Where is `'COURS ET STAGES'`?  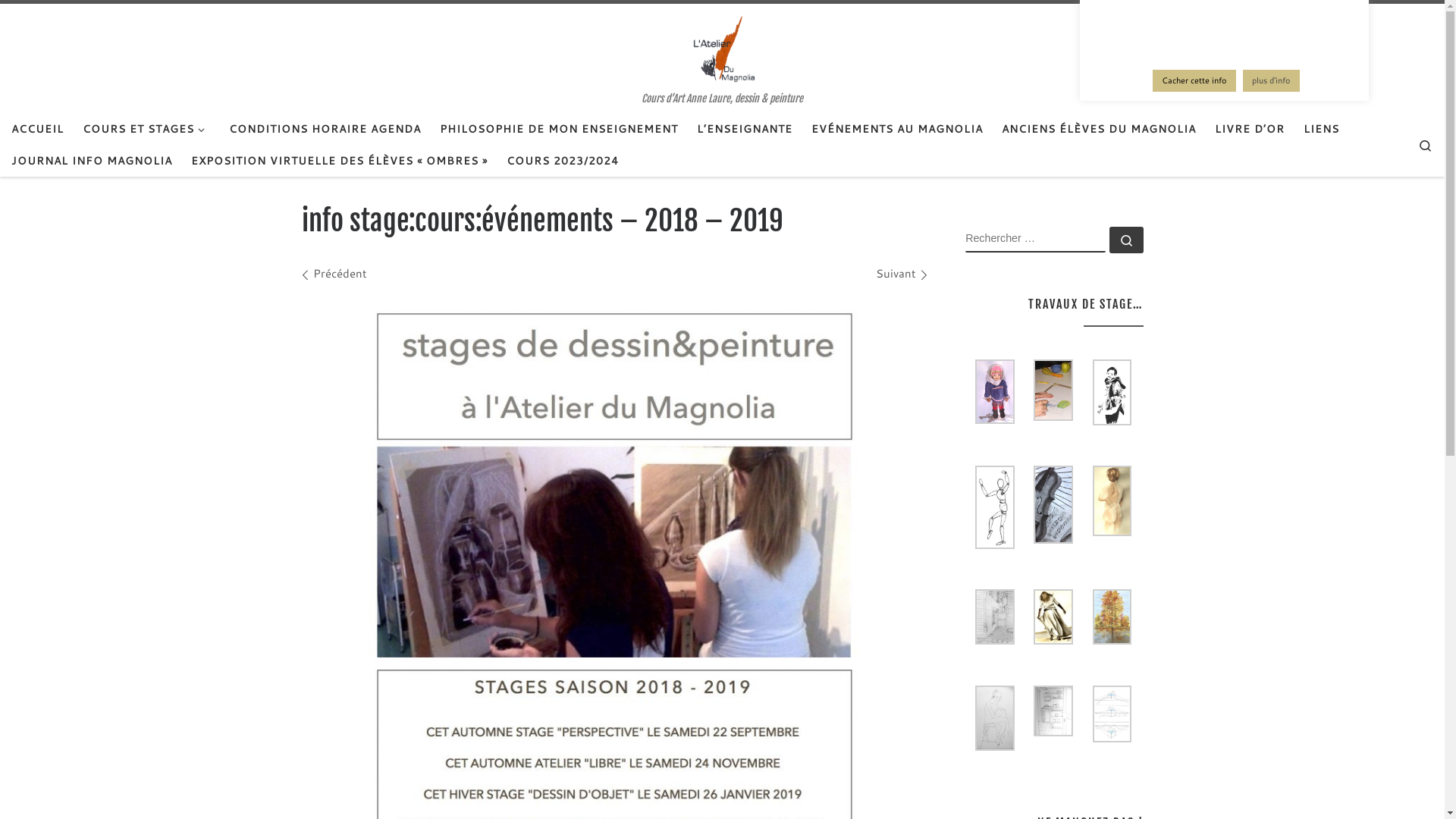 'COURS ET STAGES' is located at coordinates (77, 127).